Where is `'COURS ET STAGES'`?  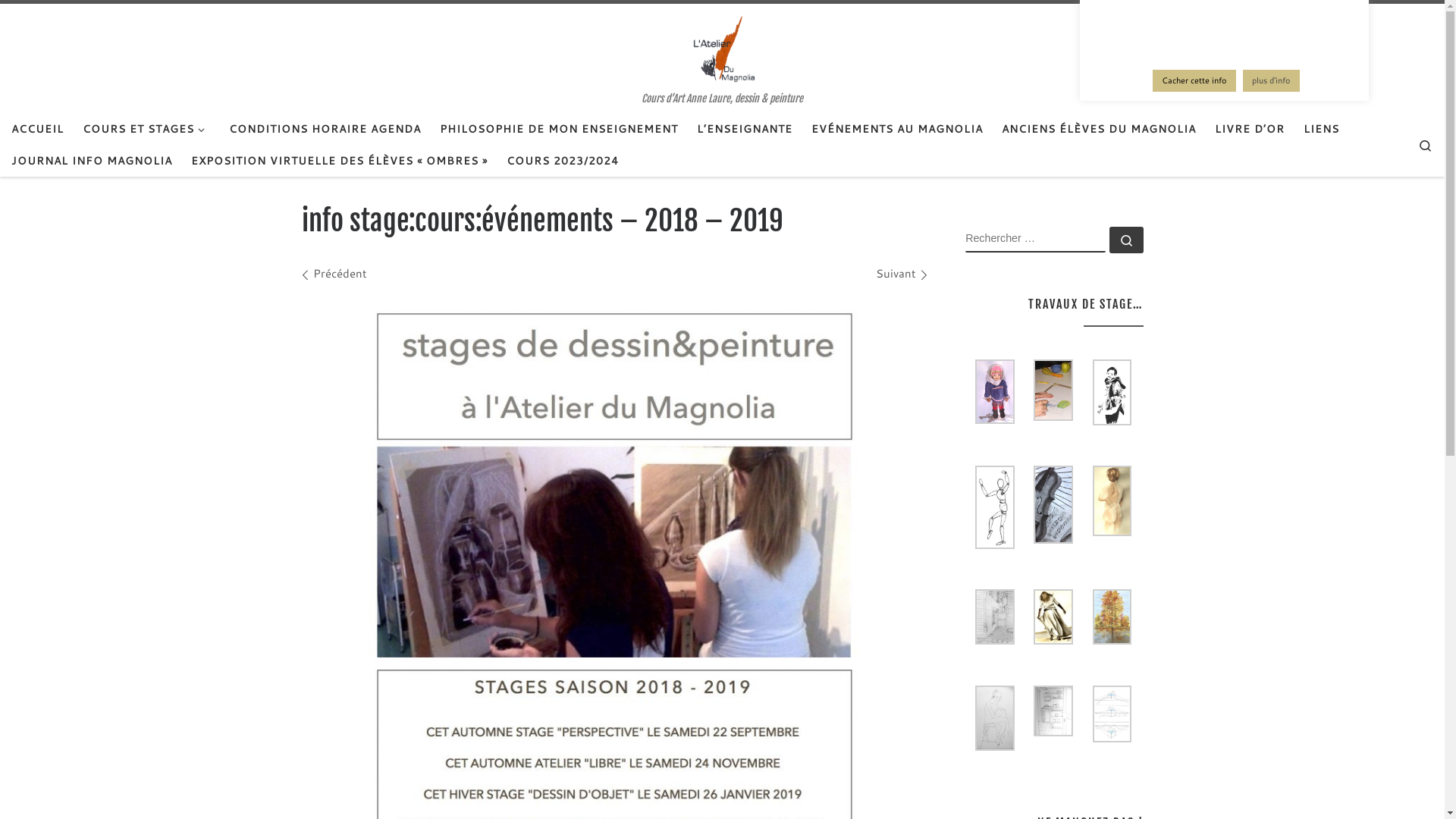 'COURS ET STAGES' is located at coordinates (77, 127).